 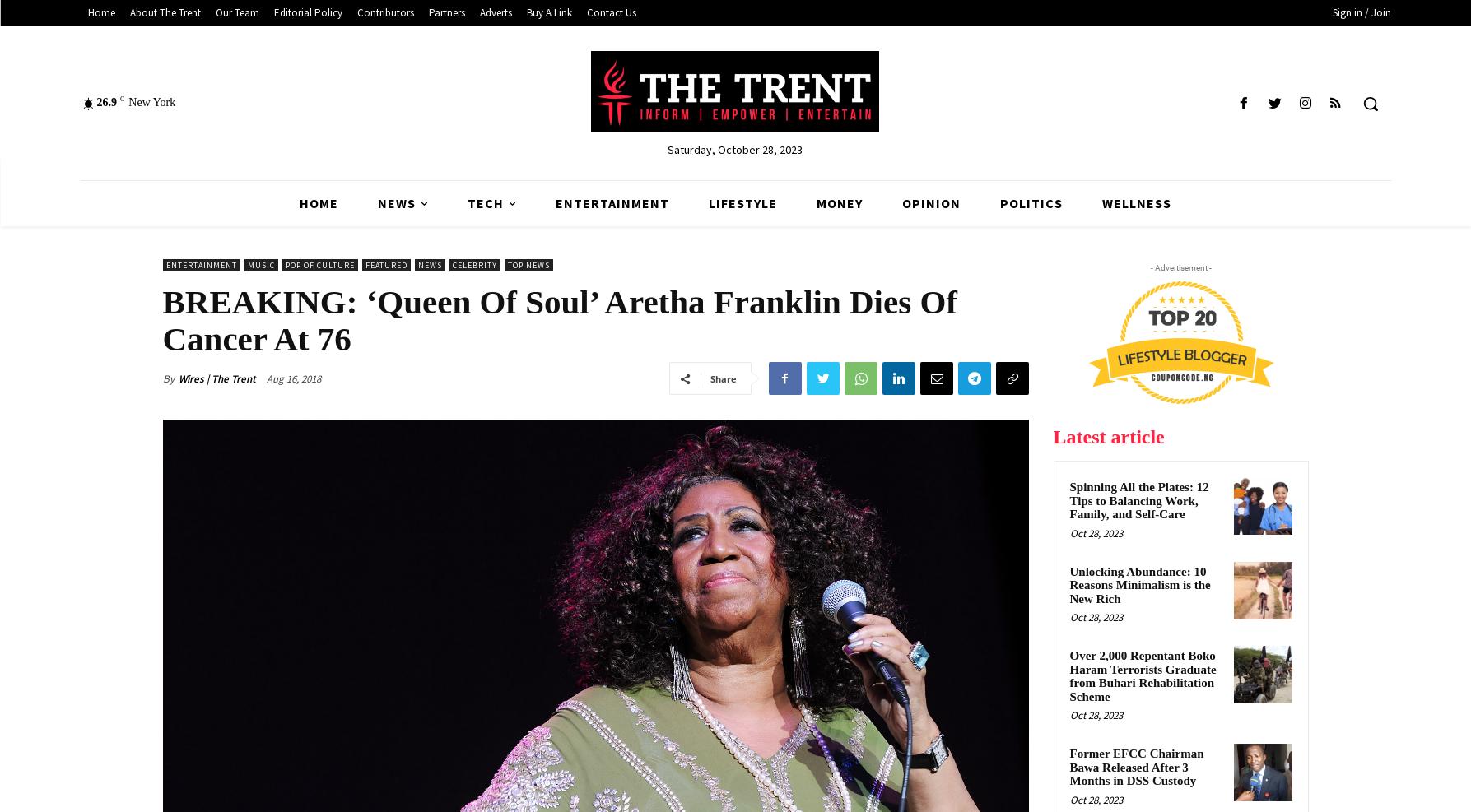 I want to click on 'Politics', so click(x=999, y=203).